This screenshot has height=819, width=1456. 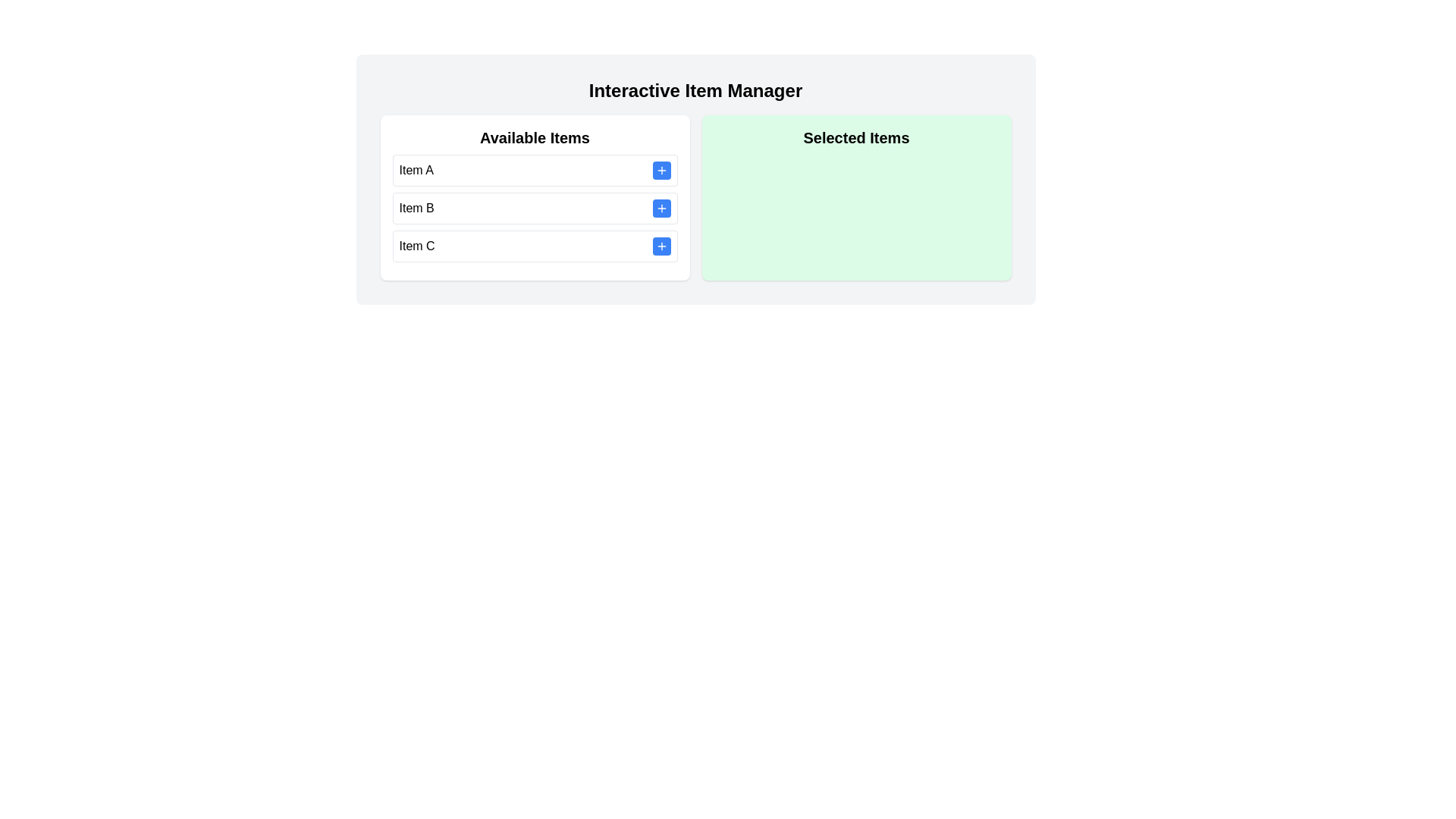 I want to click on the second selectable item with an add button in the 'Available Items' section, so click(x=535, y=208).